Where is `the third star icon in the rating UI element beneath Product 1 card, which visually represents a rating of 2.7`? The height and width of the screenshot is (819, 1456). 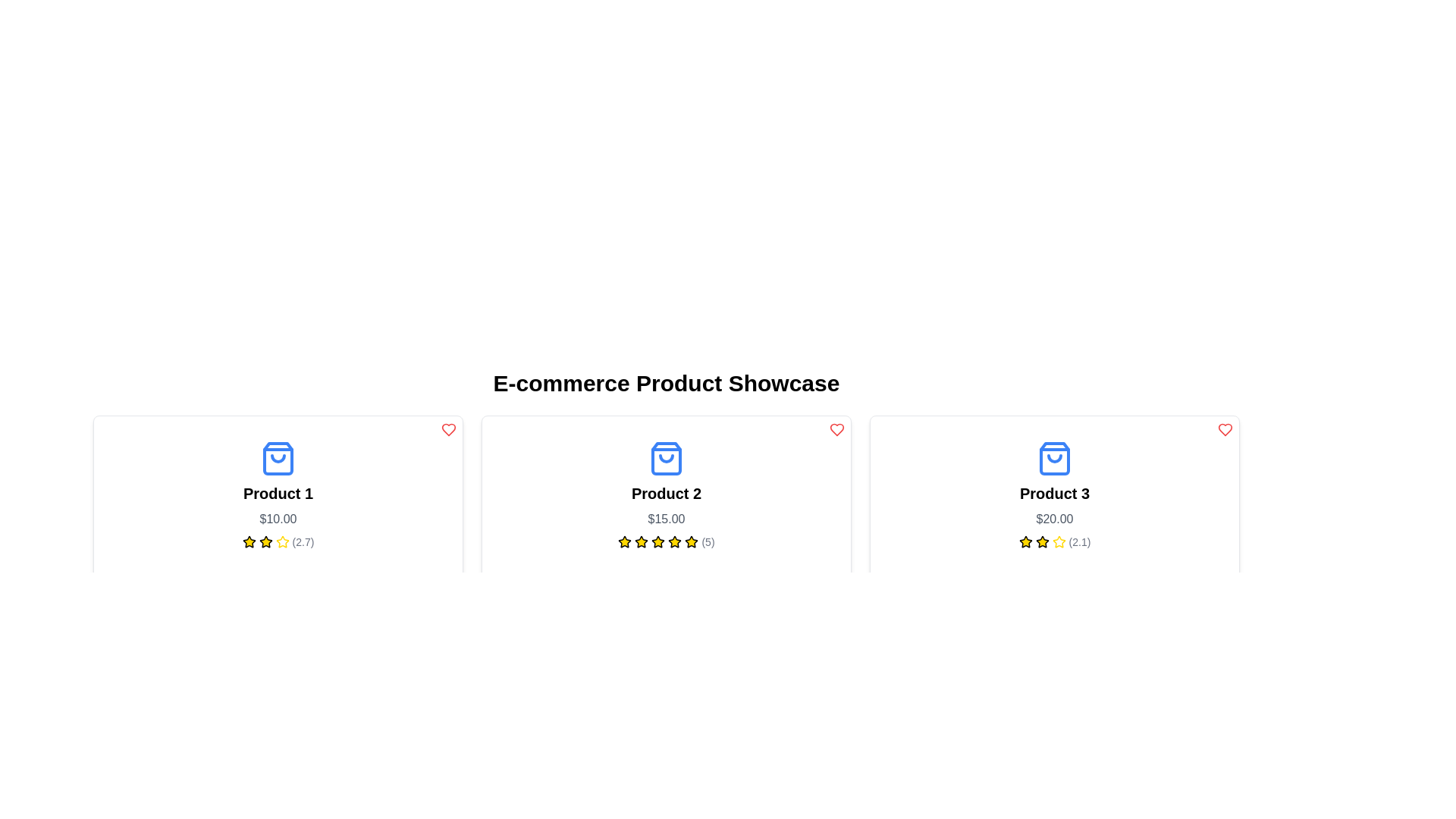
the third star icon in the rating UI element beneath Product 1 card, which visually represents a rating of 2.7 is located at coordinates (265, 541).